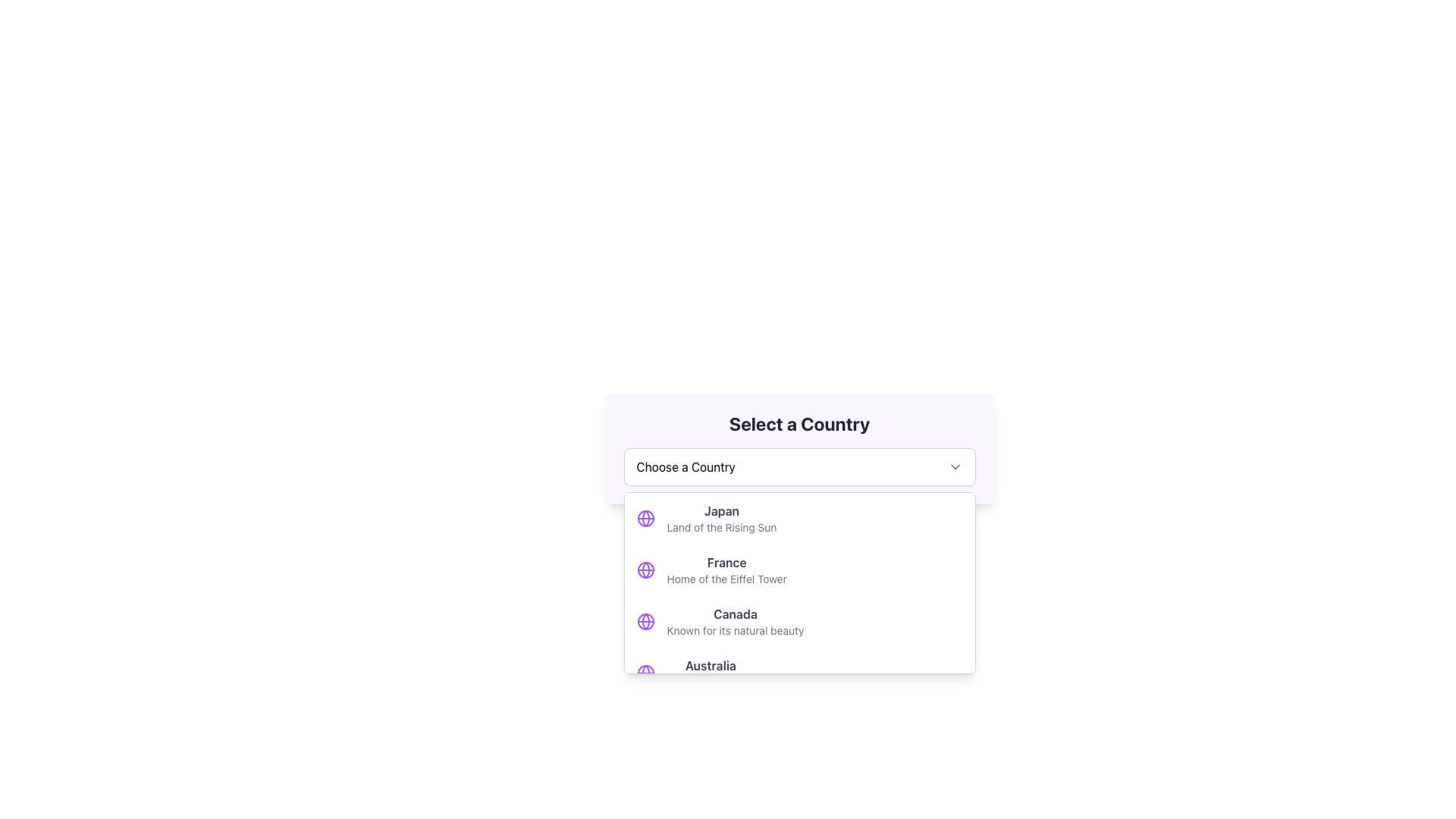 This screenshot has height=819, width=1456. What do you see at coordinates (709, 665) in the screenshot?
I see `the 'Australia' text label in the dropdown menu` at bounding box center [709, 665].